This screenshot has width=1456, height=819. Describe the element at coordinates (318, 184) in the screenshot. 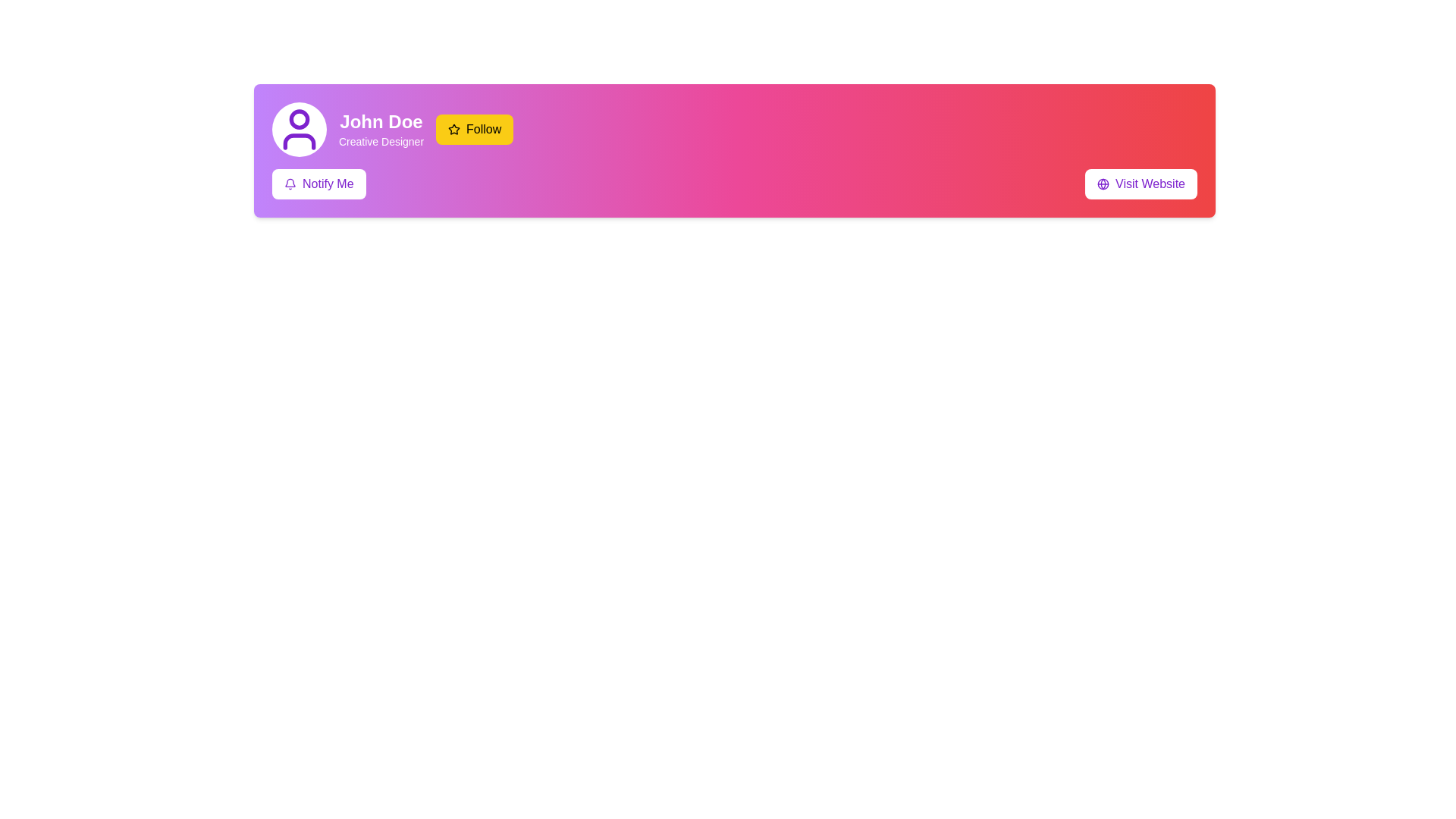

I see `the 'Notify Me' button with a white background and purple text` at that location.